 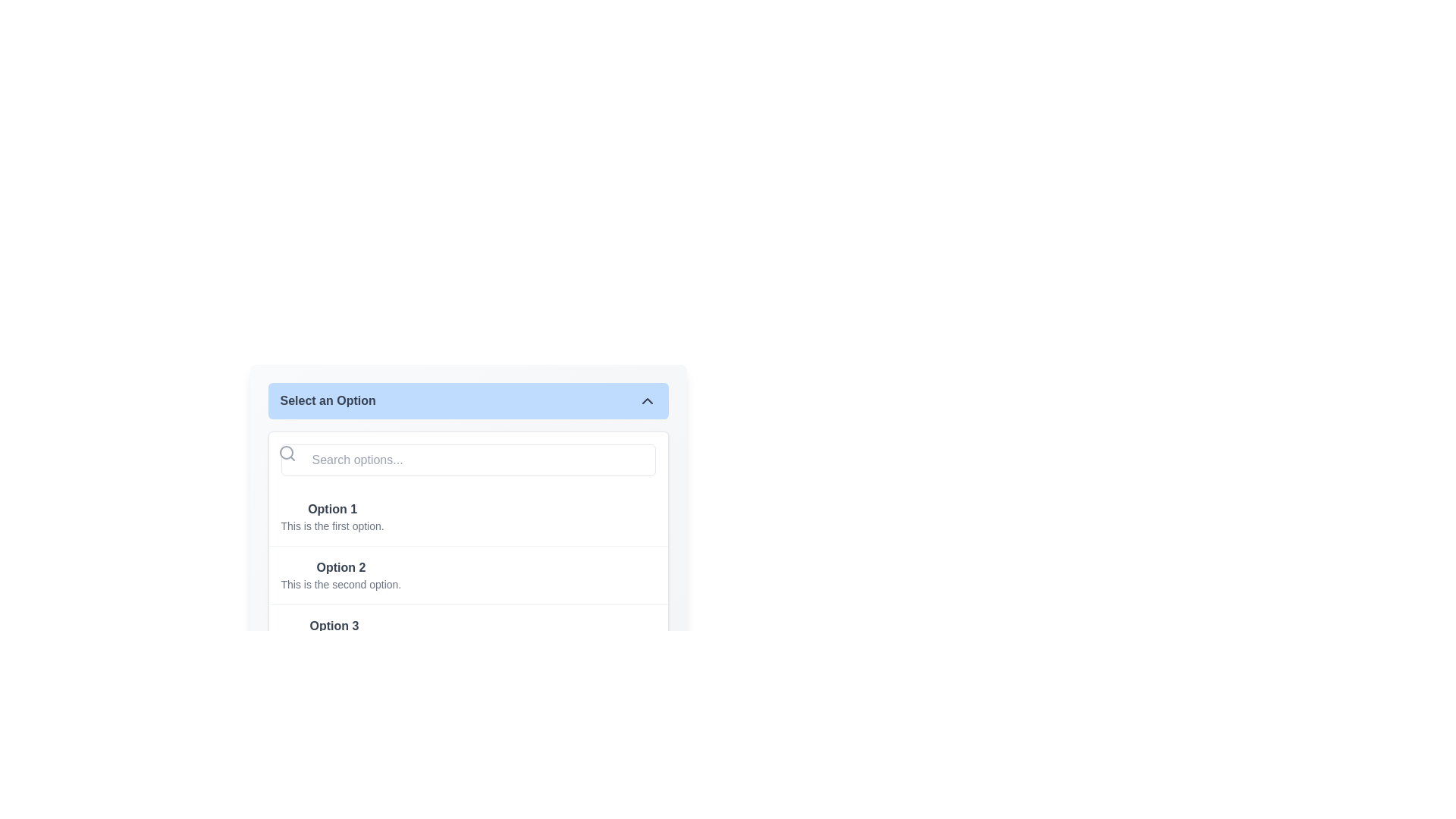 I want to click on the text label reading 'This is the first option.' which is styled in a smaller gray font and positioned below the bold label 'Option 1' in the dropdown list, so click(x=331, y=526).